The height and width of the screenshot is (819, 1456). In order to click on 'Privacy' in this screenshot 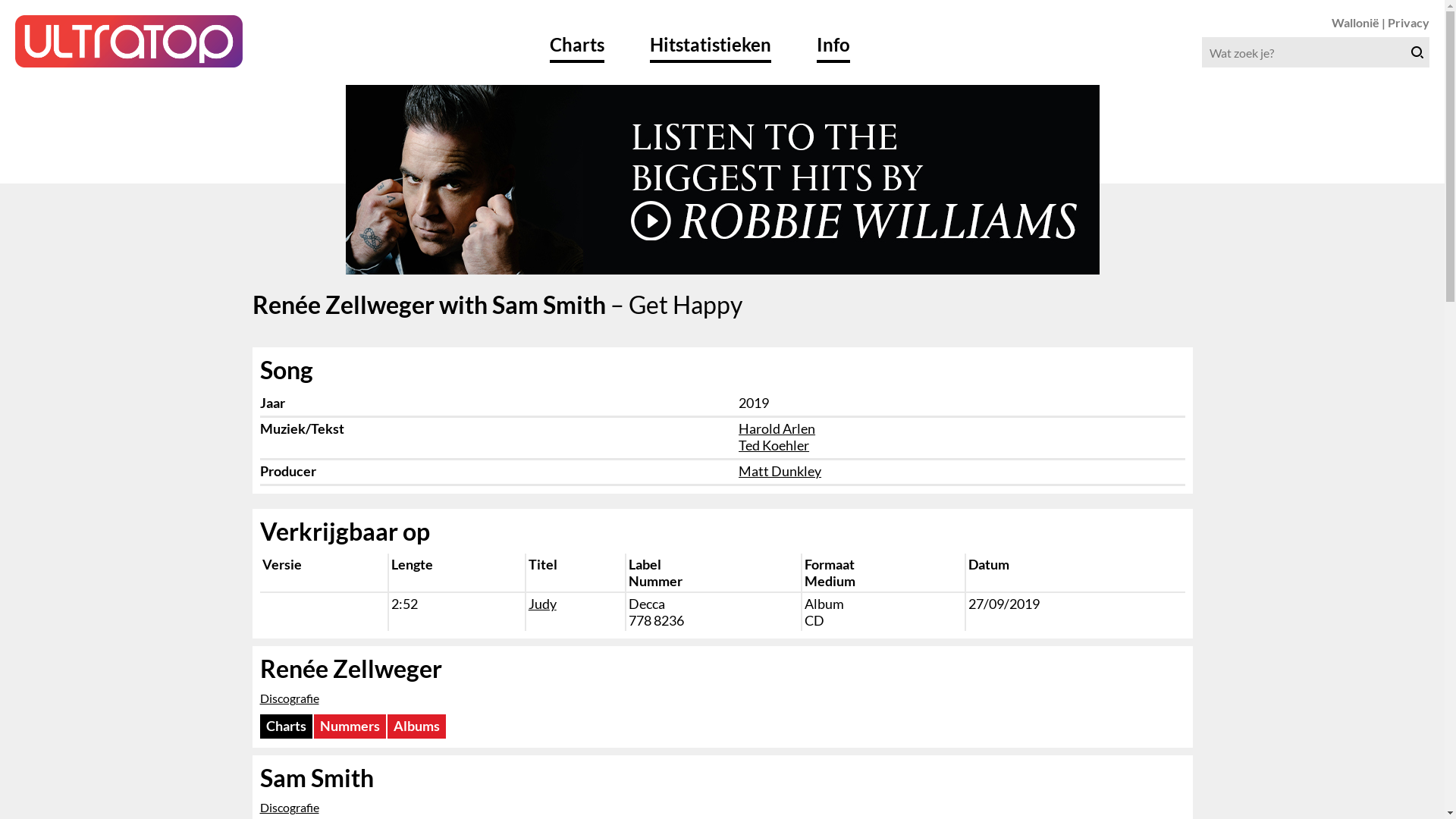, I will do `click(1407, 22)`.